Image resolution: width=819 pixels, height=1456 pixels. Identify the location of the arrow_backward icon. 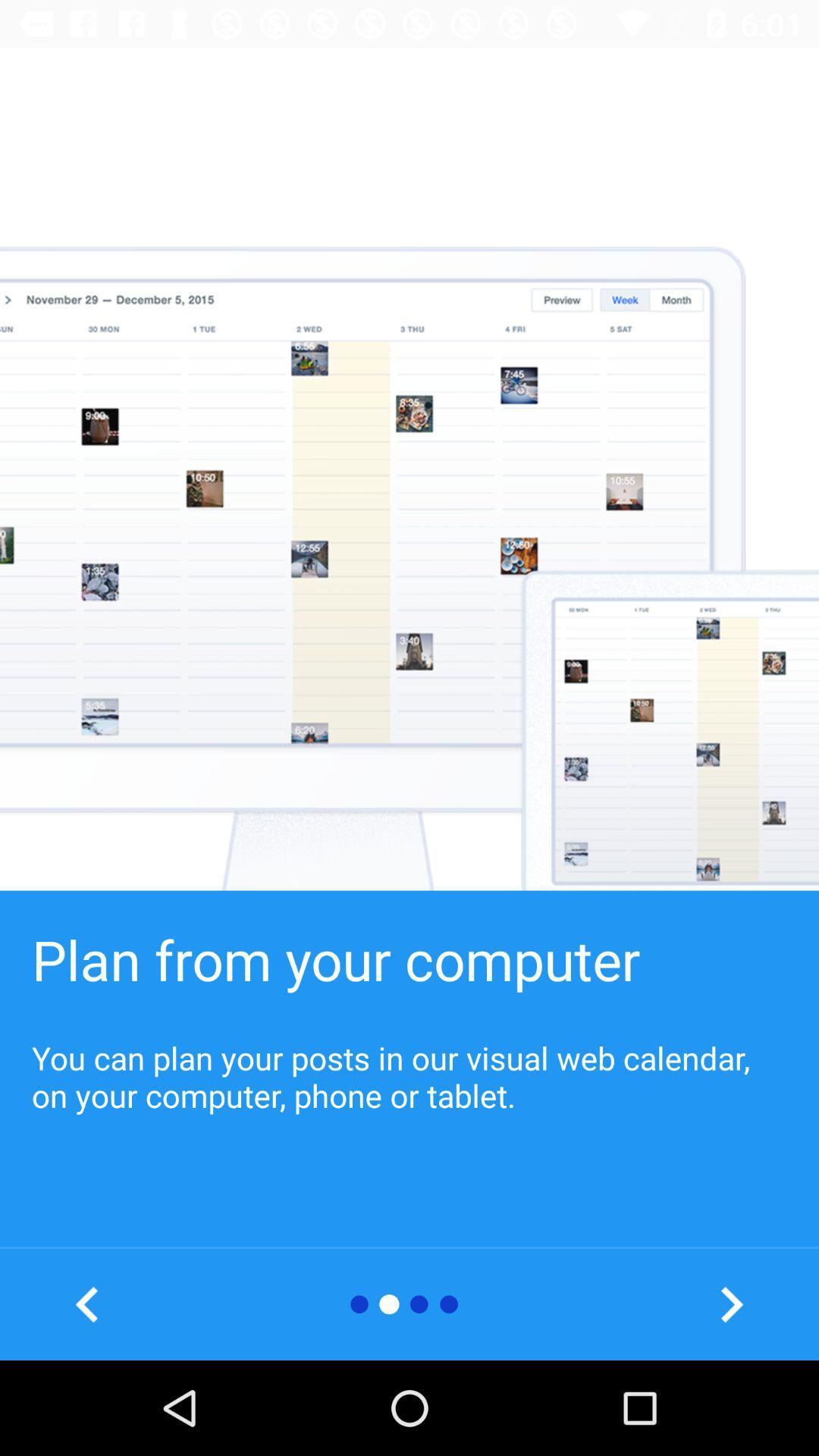
(87, 1304).